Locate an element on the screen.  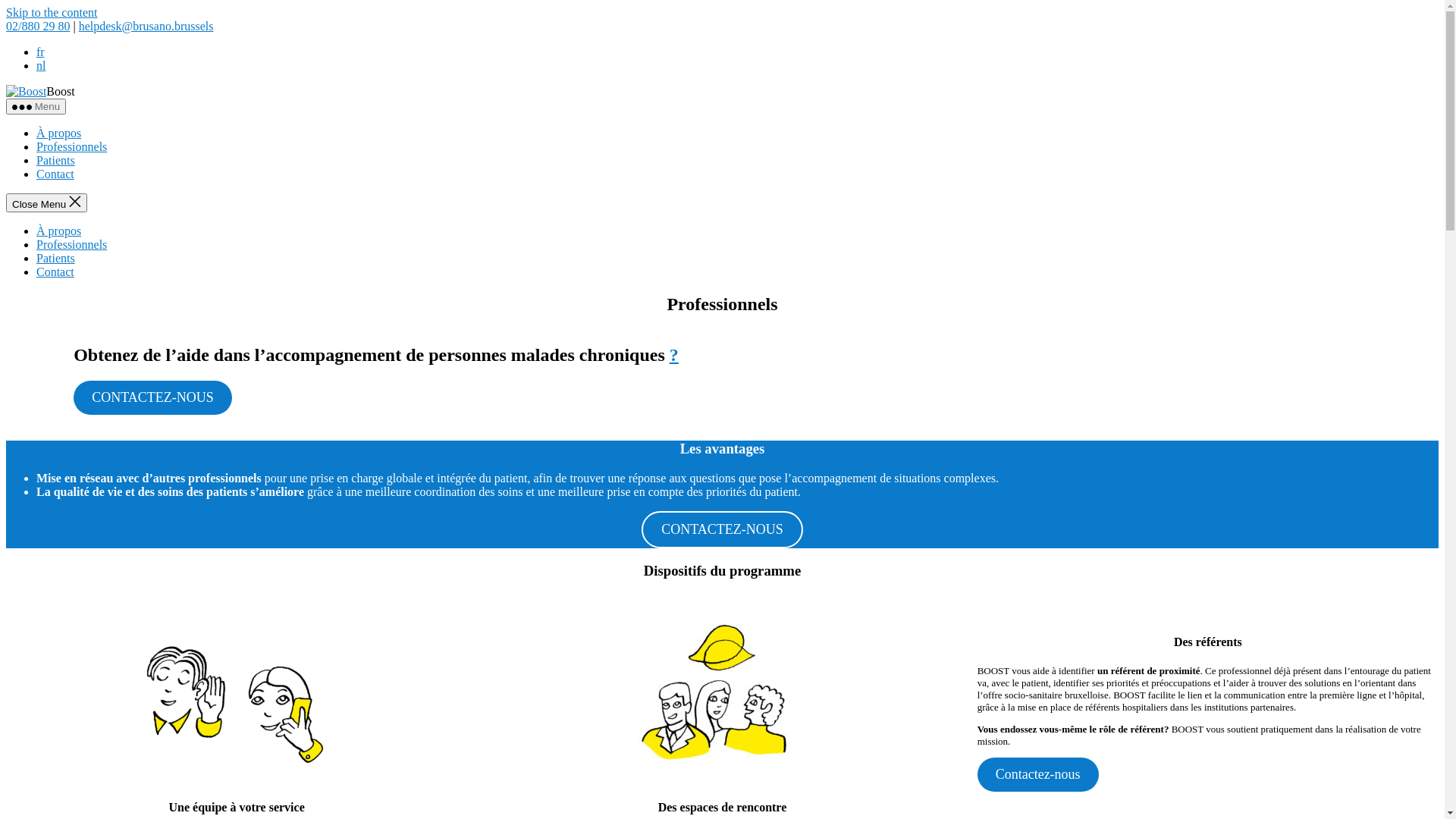
'helpdesk@brusano.brussels' is located at coordinates (146, 26).